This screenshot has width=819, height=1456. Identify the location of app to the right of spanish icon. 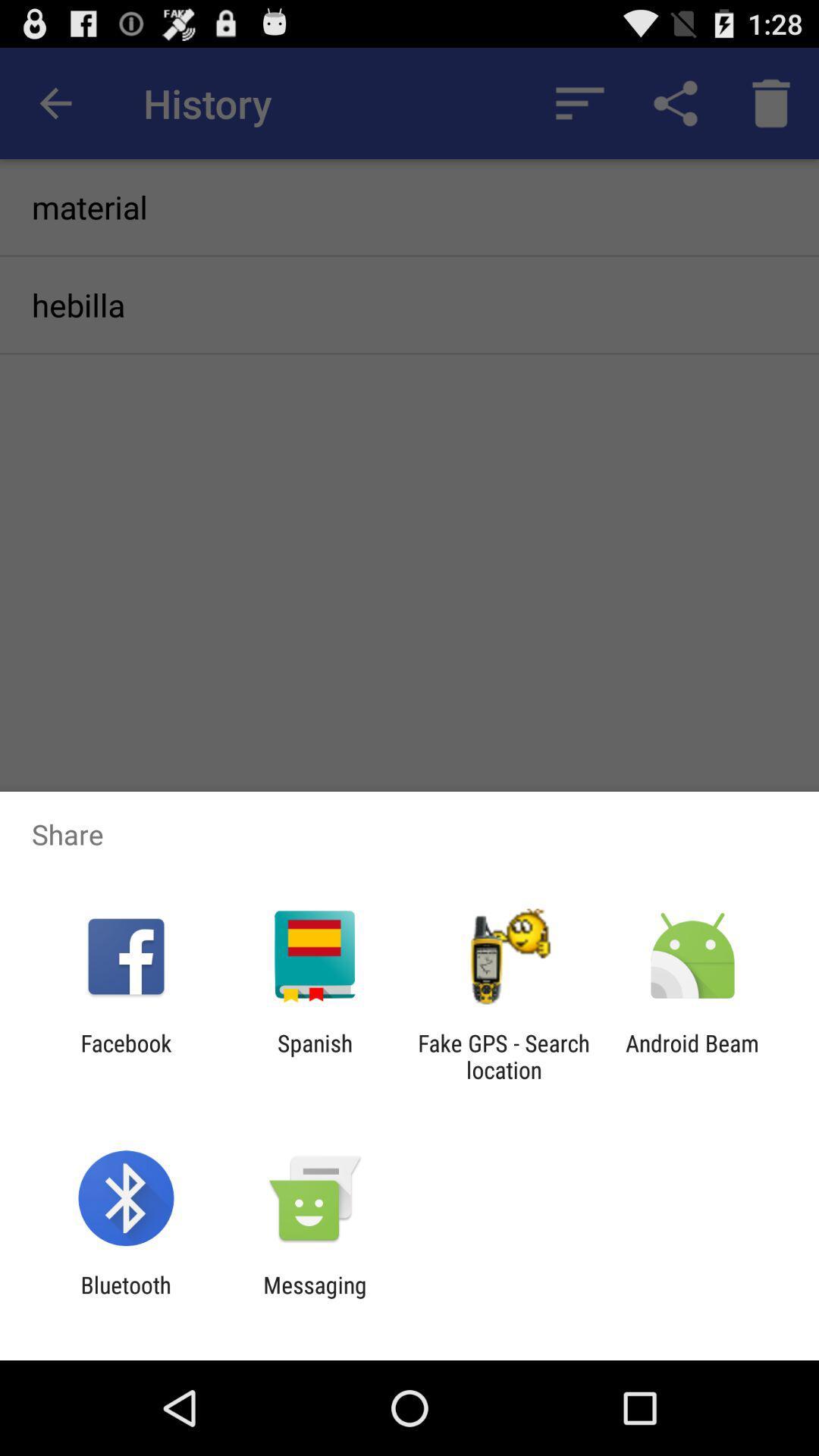
(504, 1056).